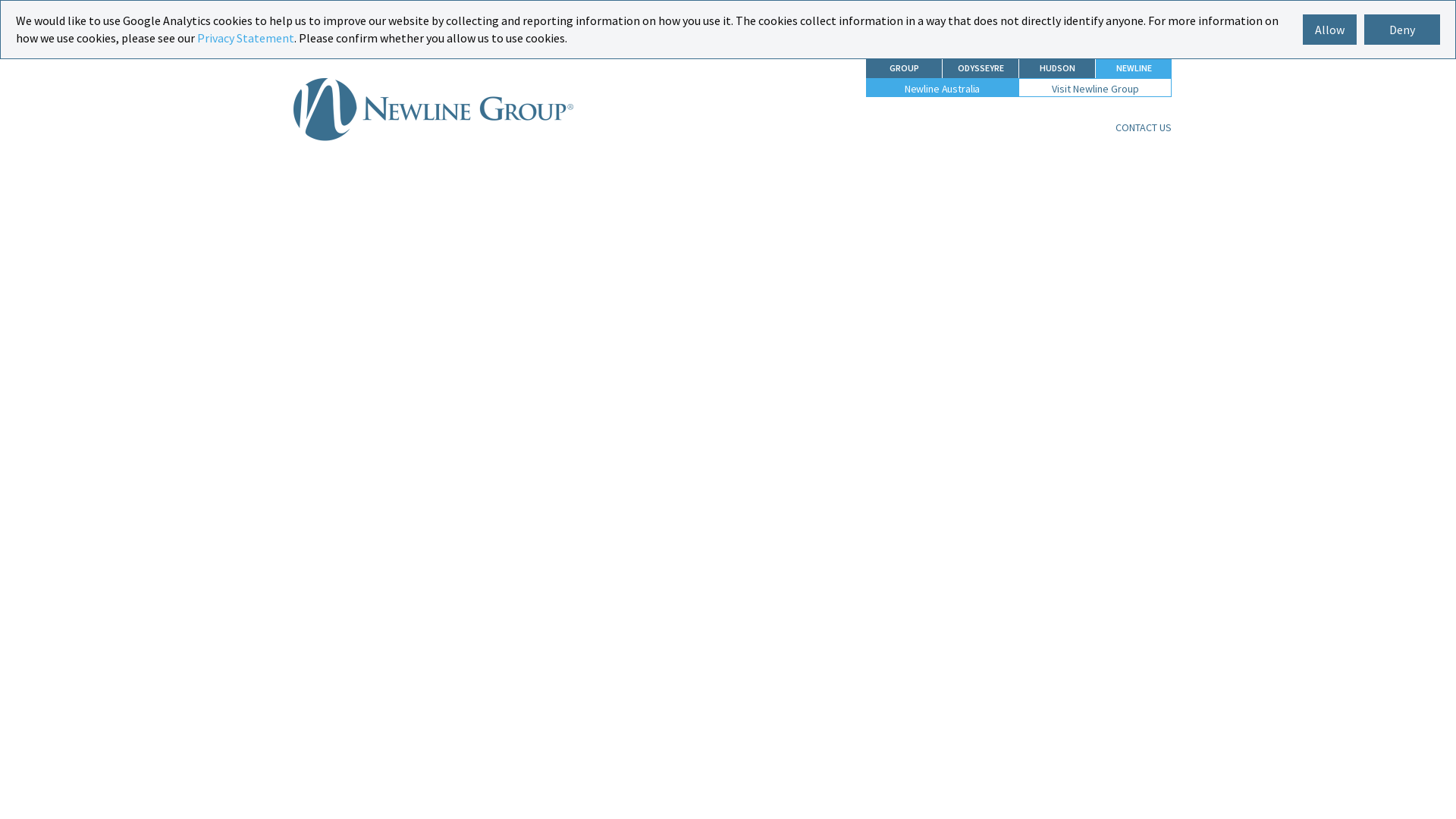  What do you see at coordinates (196, 37) in the screenshot?
I see `'Privacy Statement'` at bounding box center [196, 37].